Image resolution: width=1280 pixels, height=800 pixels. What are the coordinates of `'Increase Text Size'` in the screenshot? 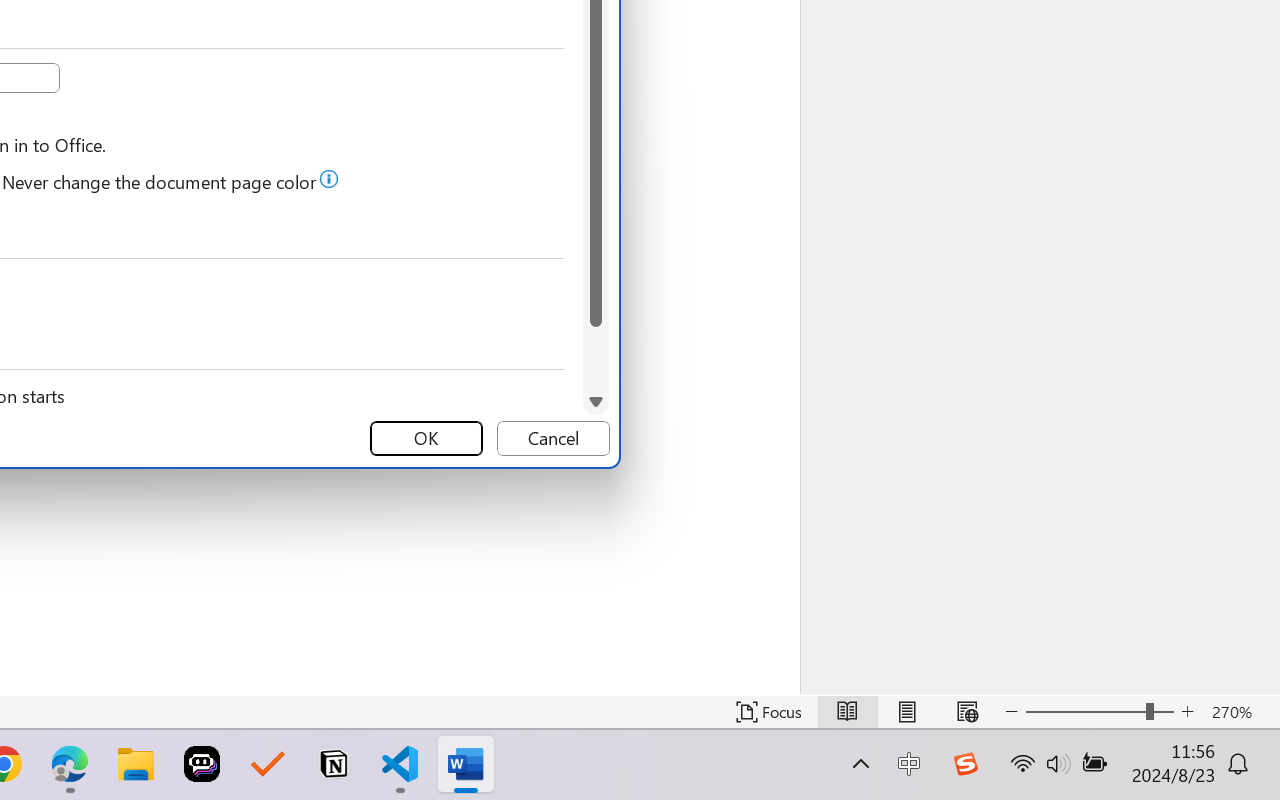 It's located at (1187, 711).